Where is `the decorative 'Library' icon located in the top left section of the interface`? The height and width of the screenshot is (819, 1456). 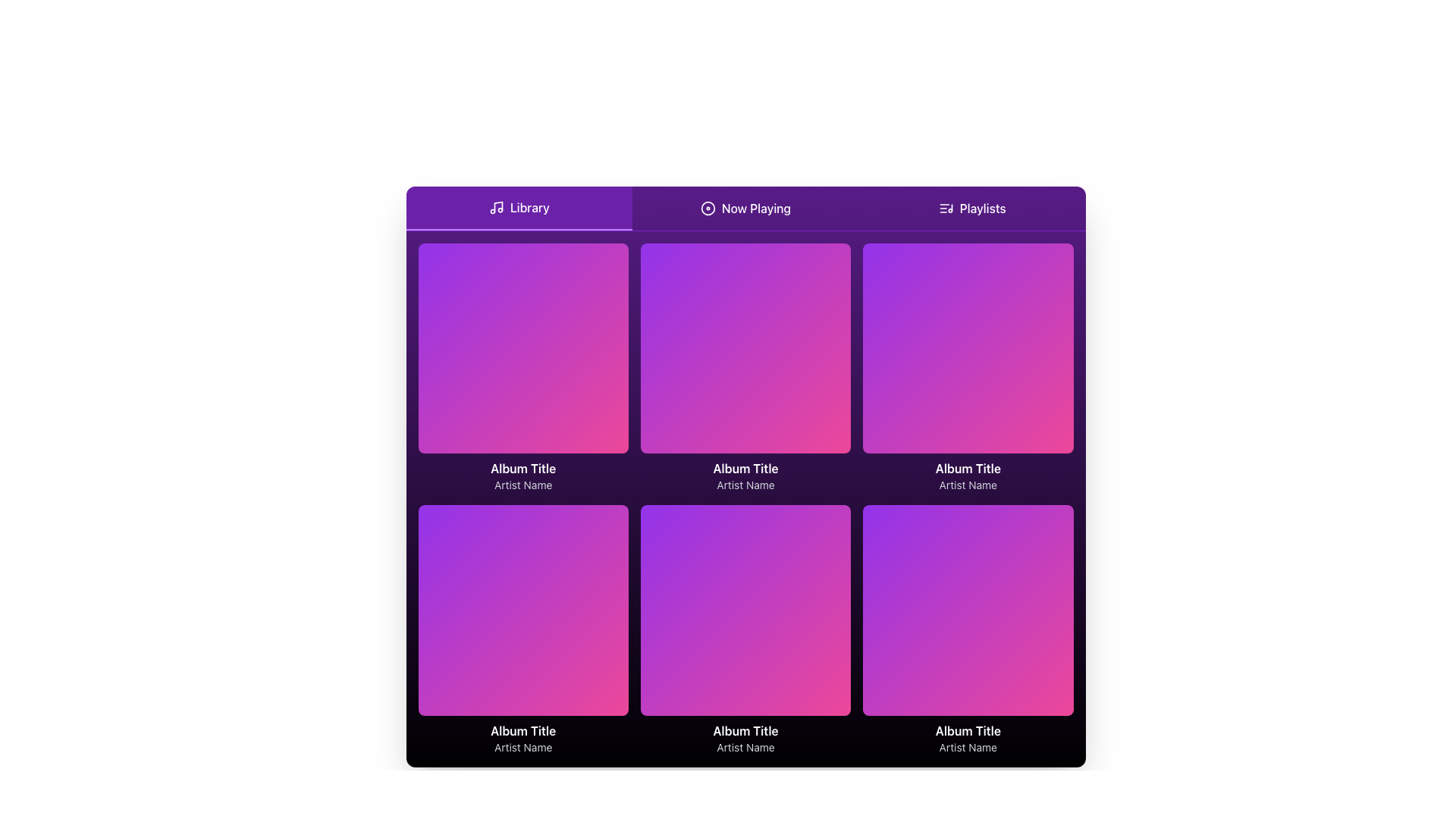
the decorative 'Library' icon located in the top left section of the interface is located at coordinates (496, 207).